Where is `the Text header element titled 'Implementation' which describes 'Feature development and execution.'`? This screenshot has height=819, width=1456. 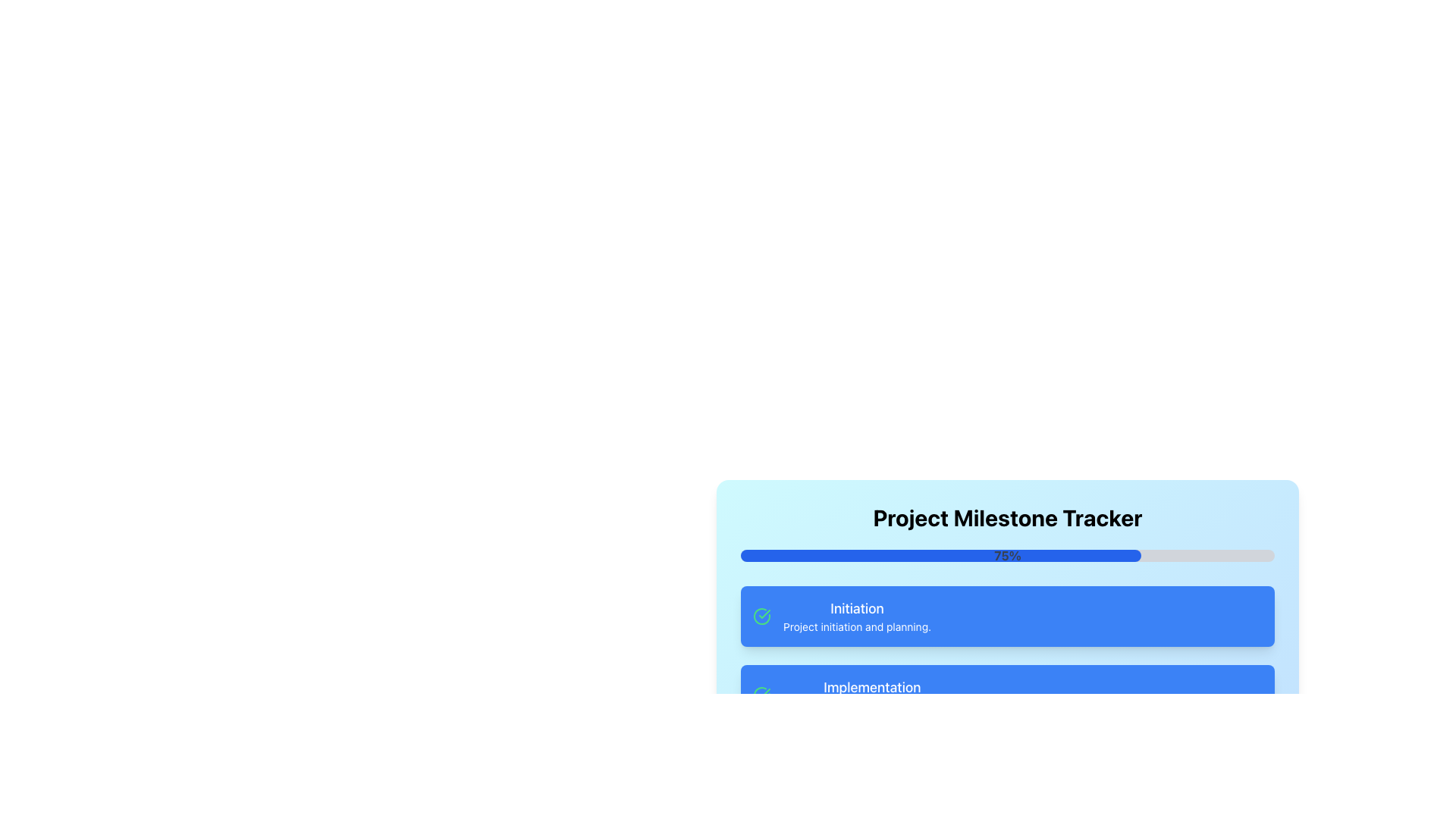 the Text header element titled 'Implementation' which describes 'Feature development and execution.' is located at coordinates (872, 687).